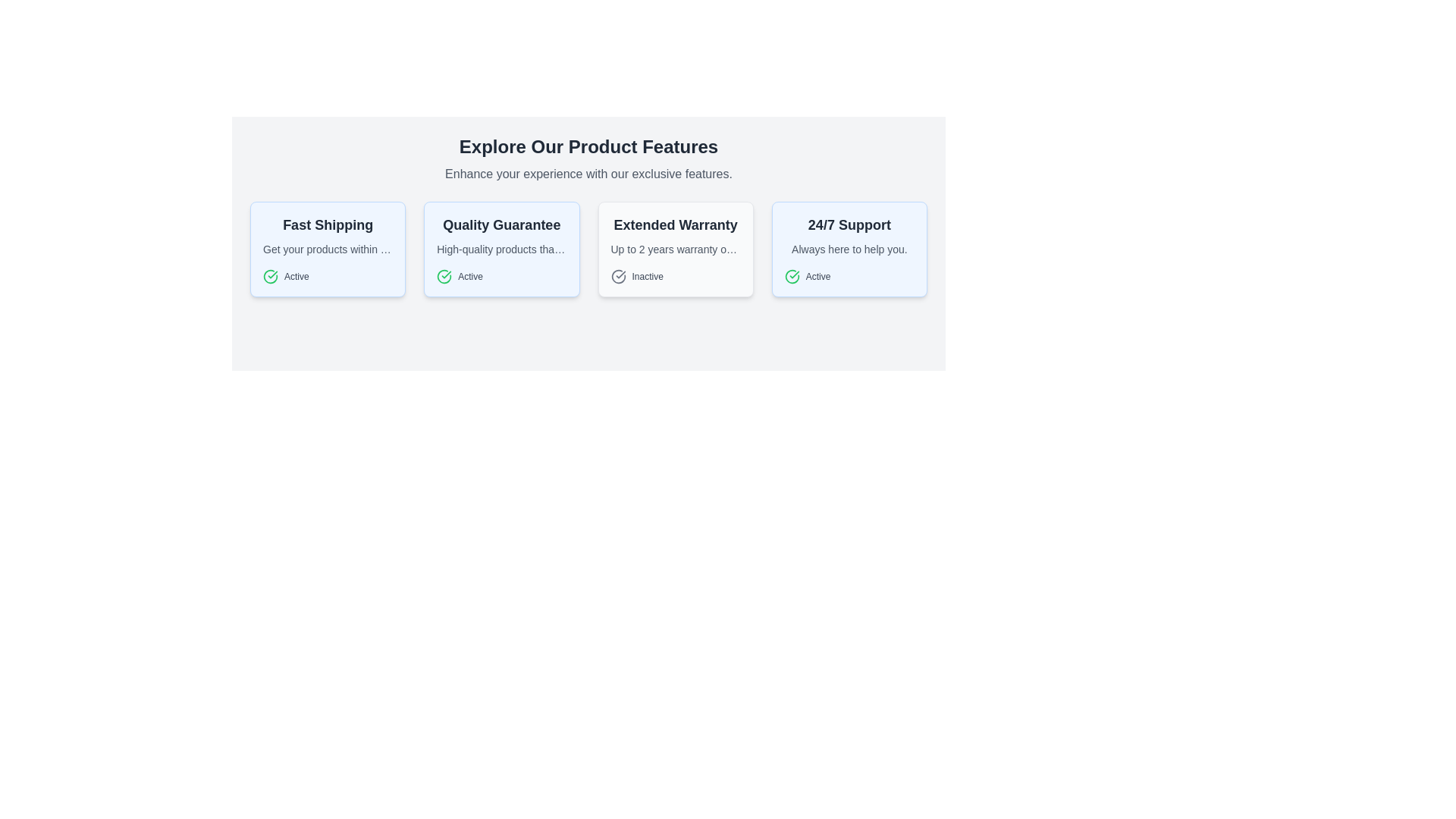 The height and width of the screenshot is (819, 1456). Describe the element at coordinates (327, 248) in the screenshot. I see `the text label providing descriptive information for the 'Fast Shipping' feature, located beneath the title within the second card of a row of four cards` at that location.